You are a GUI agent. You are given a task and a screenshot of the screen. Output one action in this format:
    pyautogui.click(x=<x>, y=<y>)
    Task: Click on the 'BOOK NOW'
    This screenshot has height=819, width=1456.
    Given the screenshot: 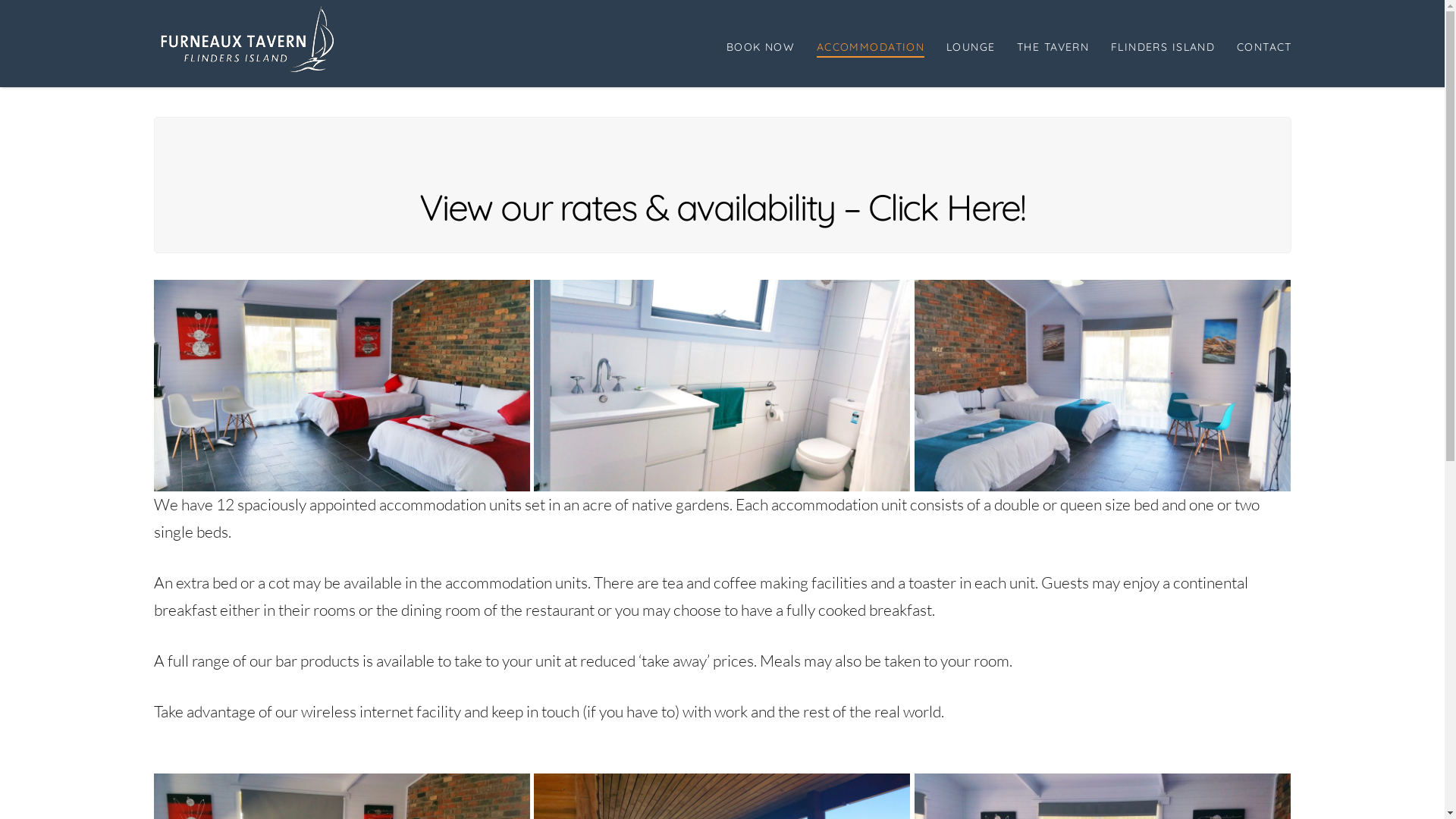 What is the action you would take?
    pyautogui.click(x=760, y=42)
    